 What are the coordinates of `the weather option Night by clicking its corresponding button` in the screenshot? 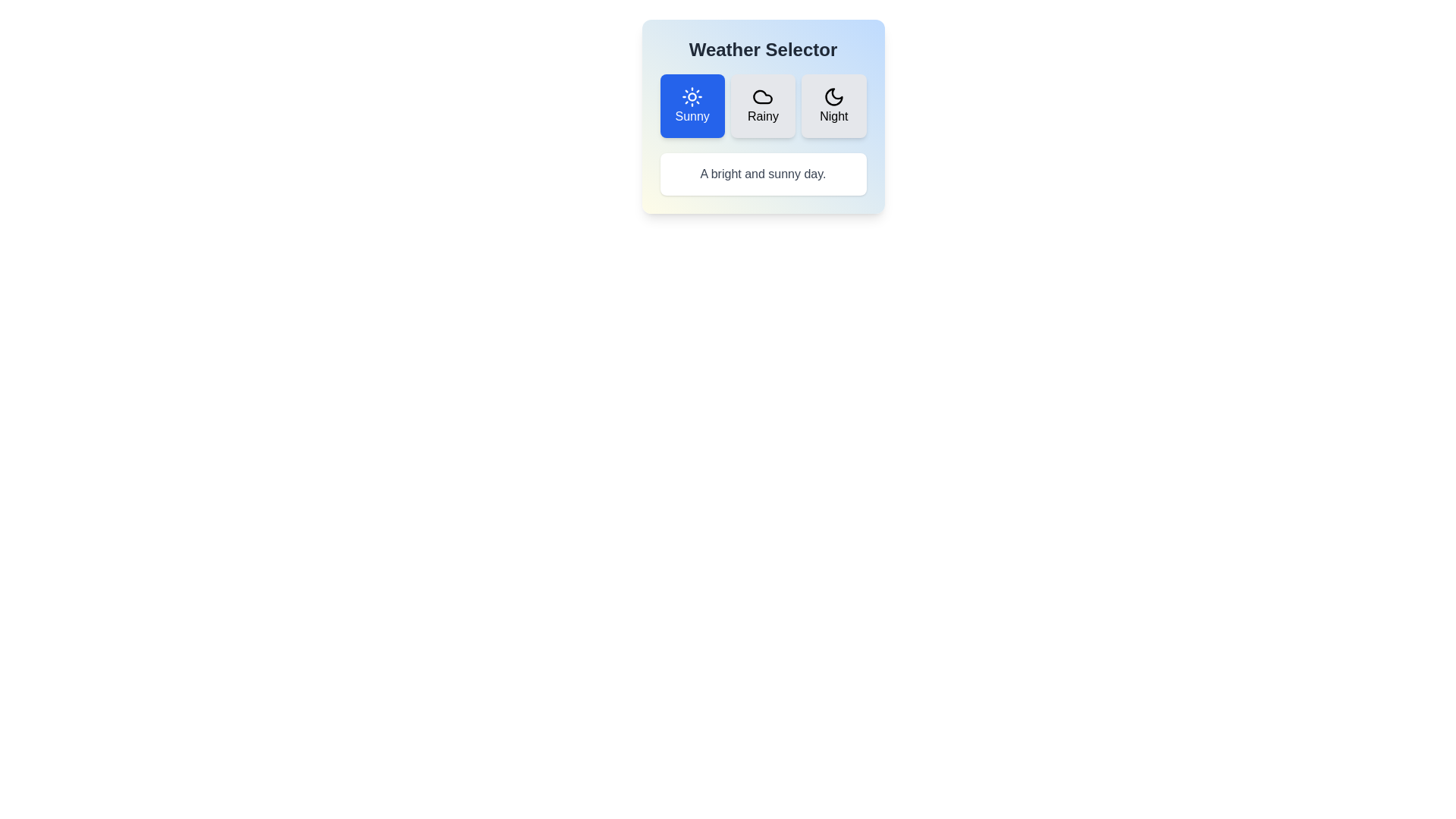 It's located at (833, 105).